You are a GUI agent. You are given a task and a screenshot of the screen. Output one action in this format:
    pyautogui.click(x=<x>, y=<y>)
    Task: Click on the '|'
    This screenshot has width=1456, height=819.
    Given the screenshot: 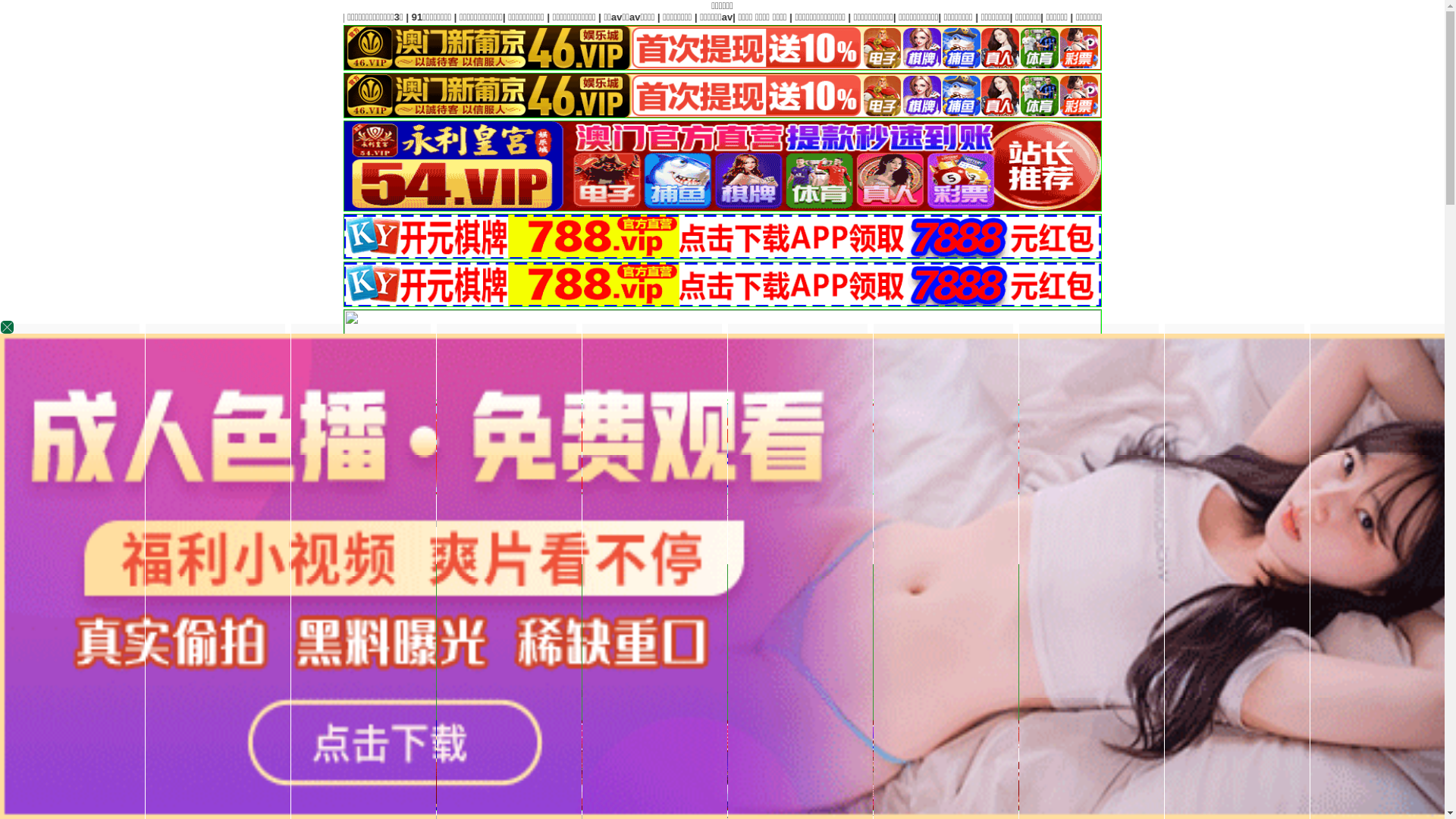 What is the action you would take?
    pyautogui.click(x=1276, y=17)
    